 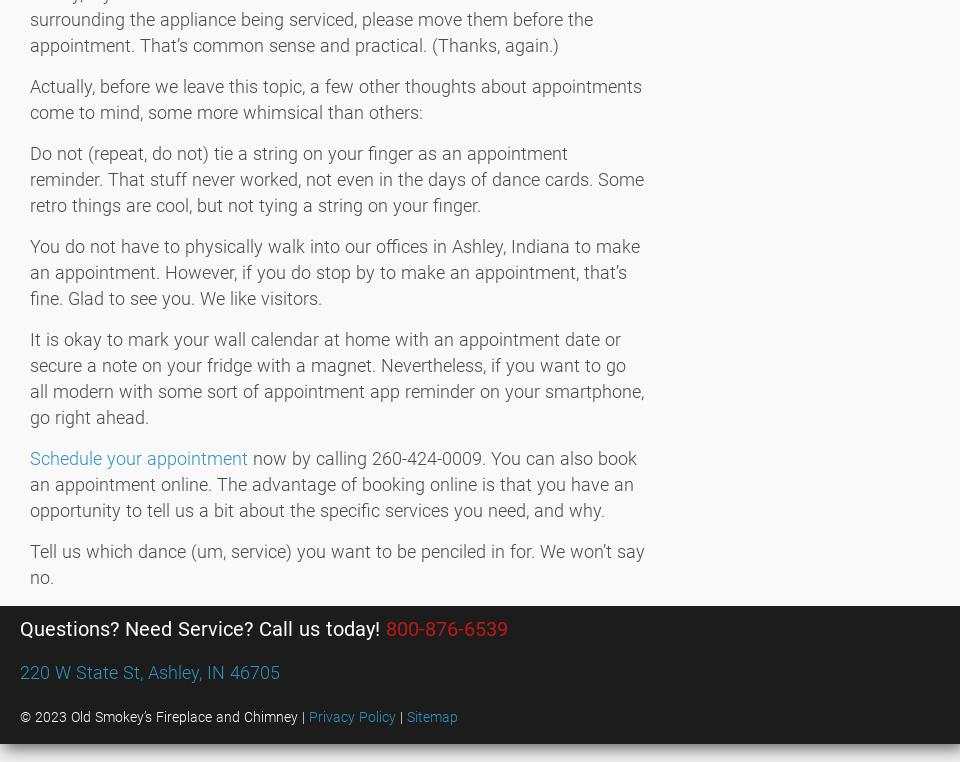 I want to click on '800-876-6539', so click(x=446, y=629).